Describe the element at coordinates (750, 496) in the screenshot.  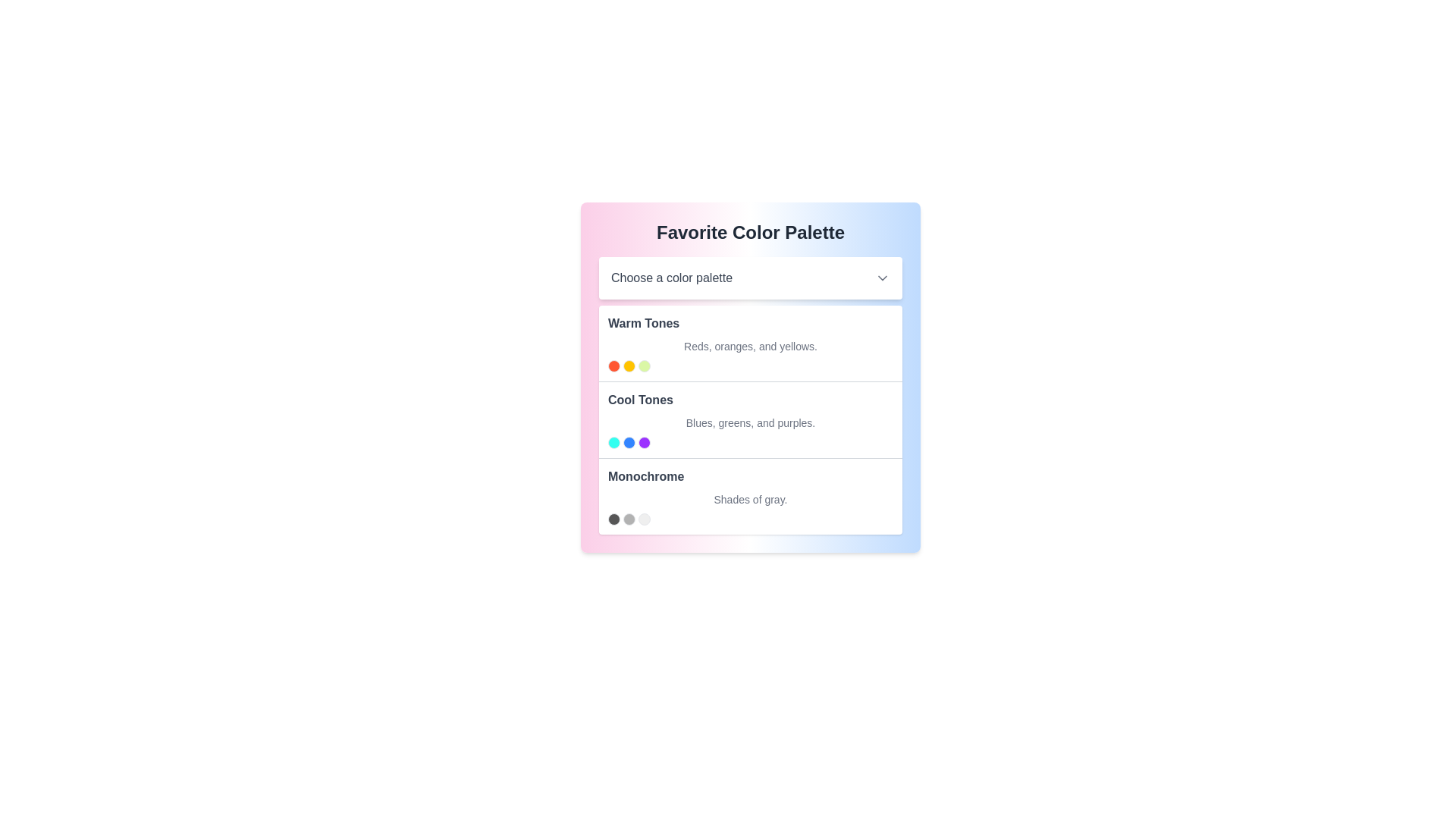
I see `the 'Monochrome' color palette selection item, which is the third item in the 'Favorite Color Palette' list` at that location.